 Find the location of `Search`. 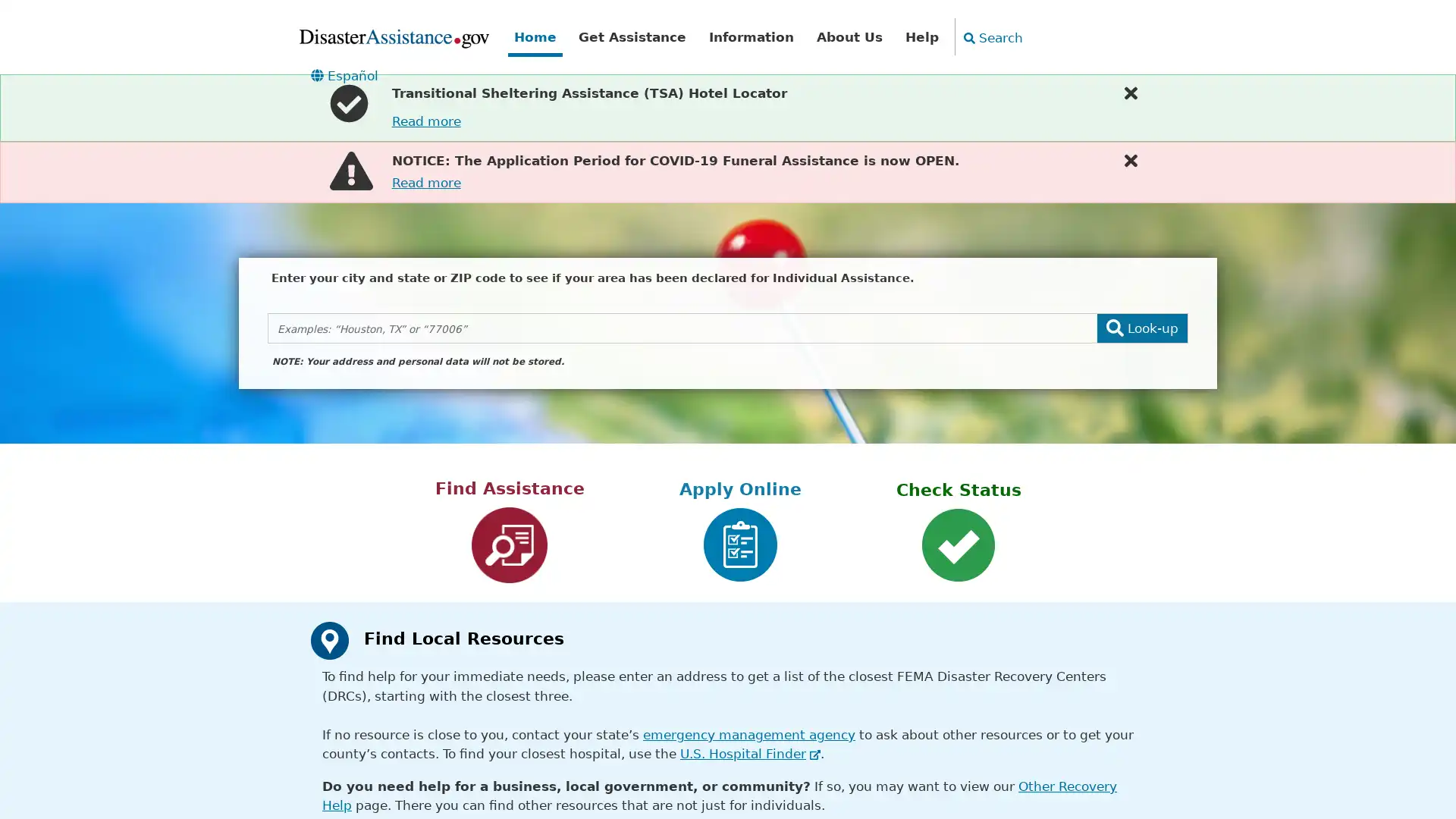

Search is located at coordinates (990, 37).